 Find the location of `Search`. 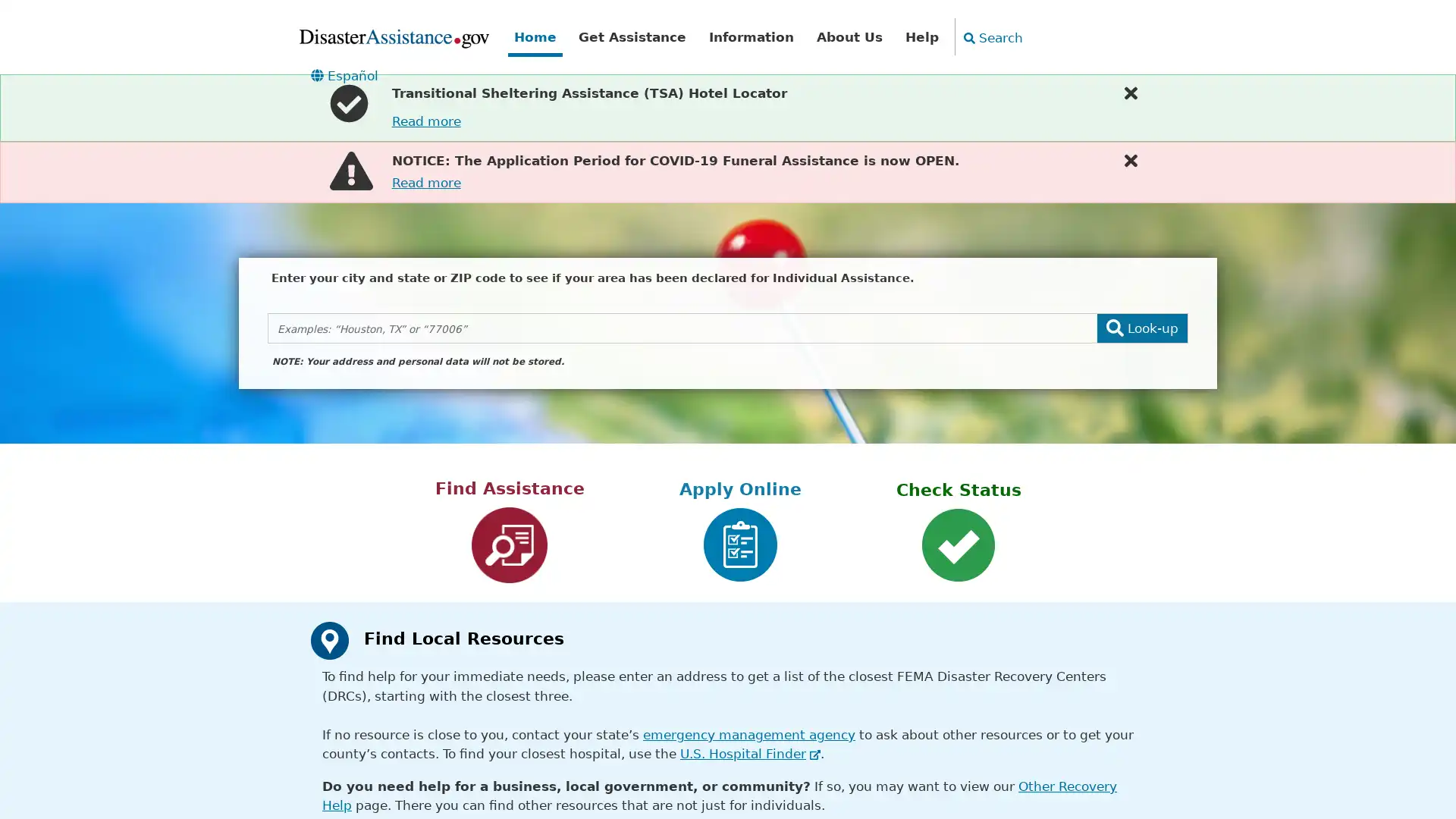

Search is located at coordinates (990, 37).